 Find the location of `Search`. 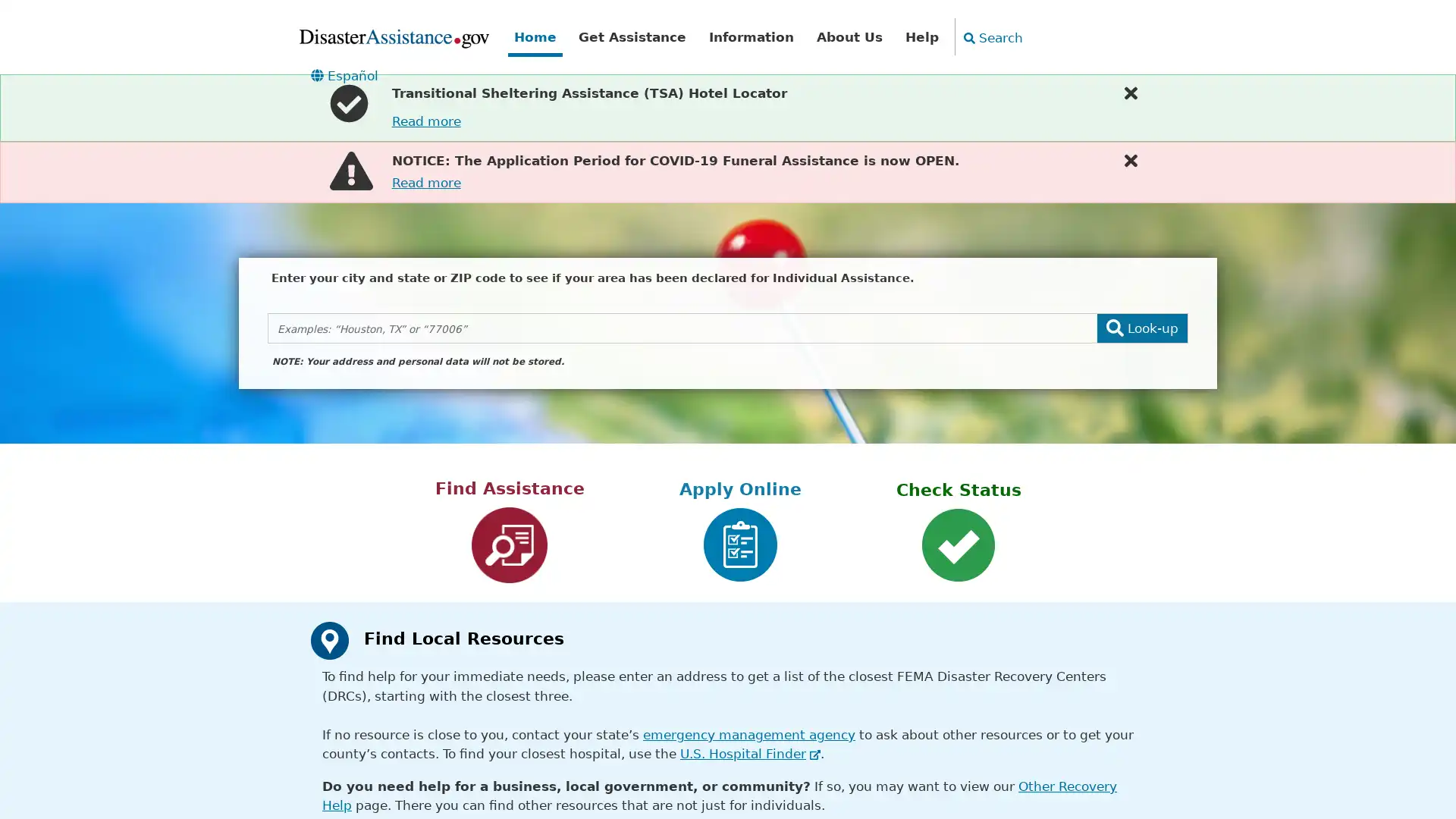

Search is located at coordinates (990, 37).